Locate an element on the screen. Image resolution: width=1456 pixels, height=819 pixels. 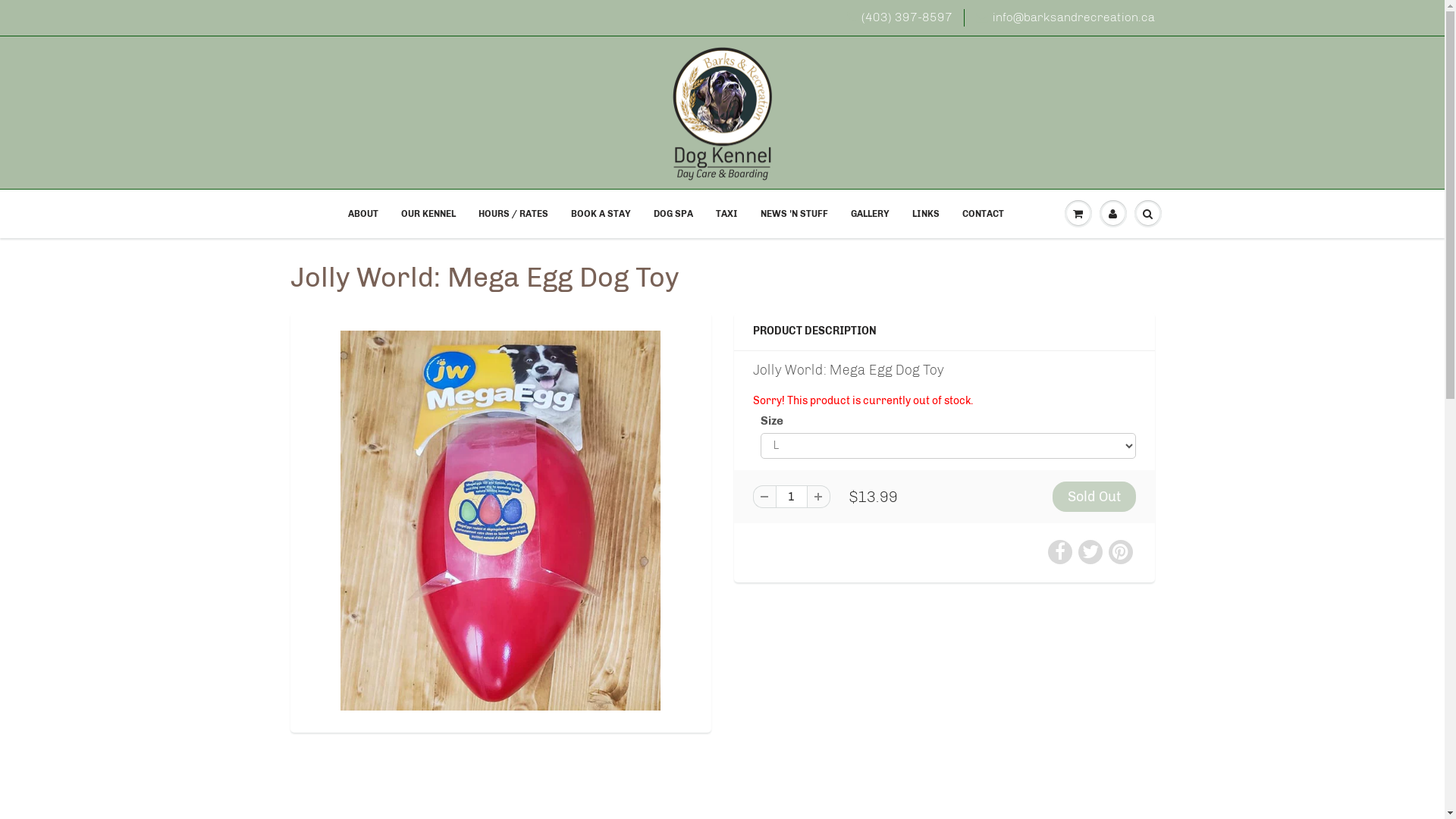
'TAXI' is located at coordinates (725, 213).